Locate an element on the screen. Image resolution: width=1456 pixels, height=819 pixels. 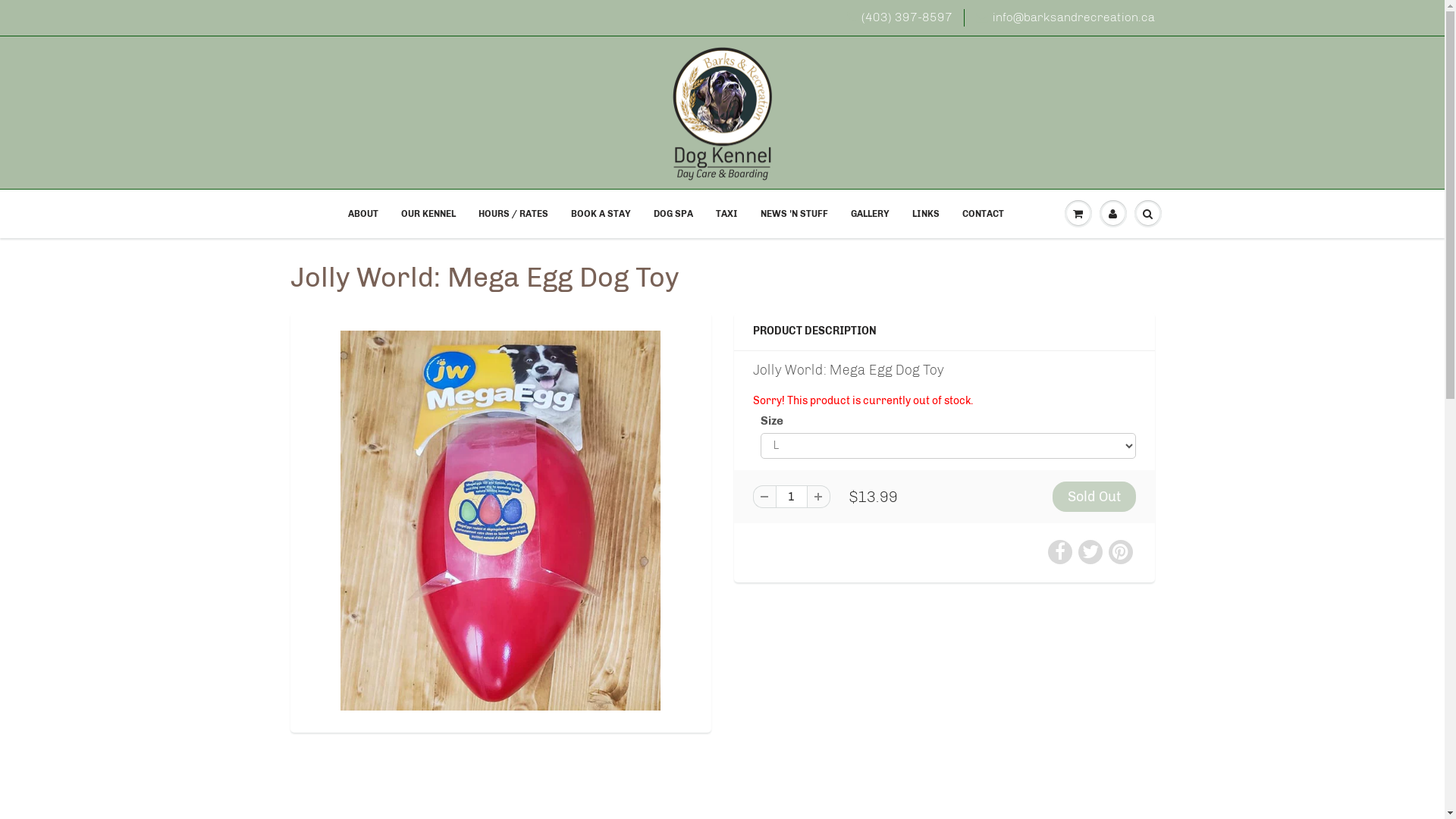
'TAXI' is located at coordinates (725, 213).